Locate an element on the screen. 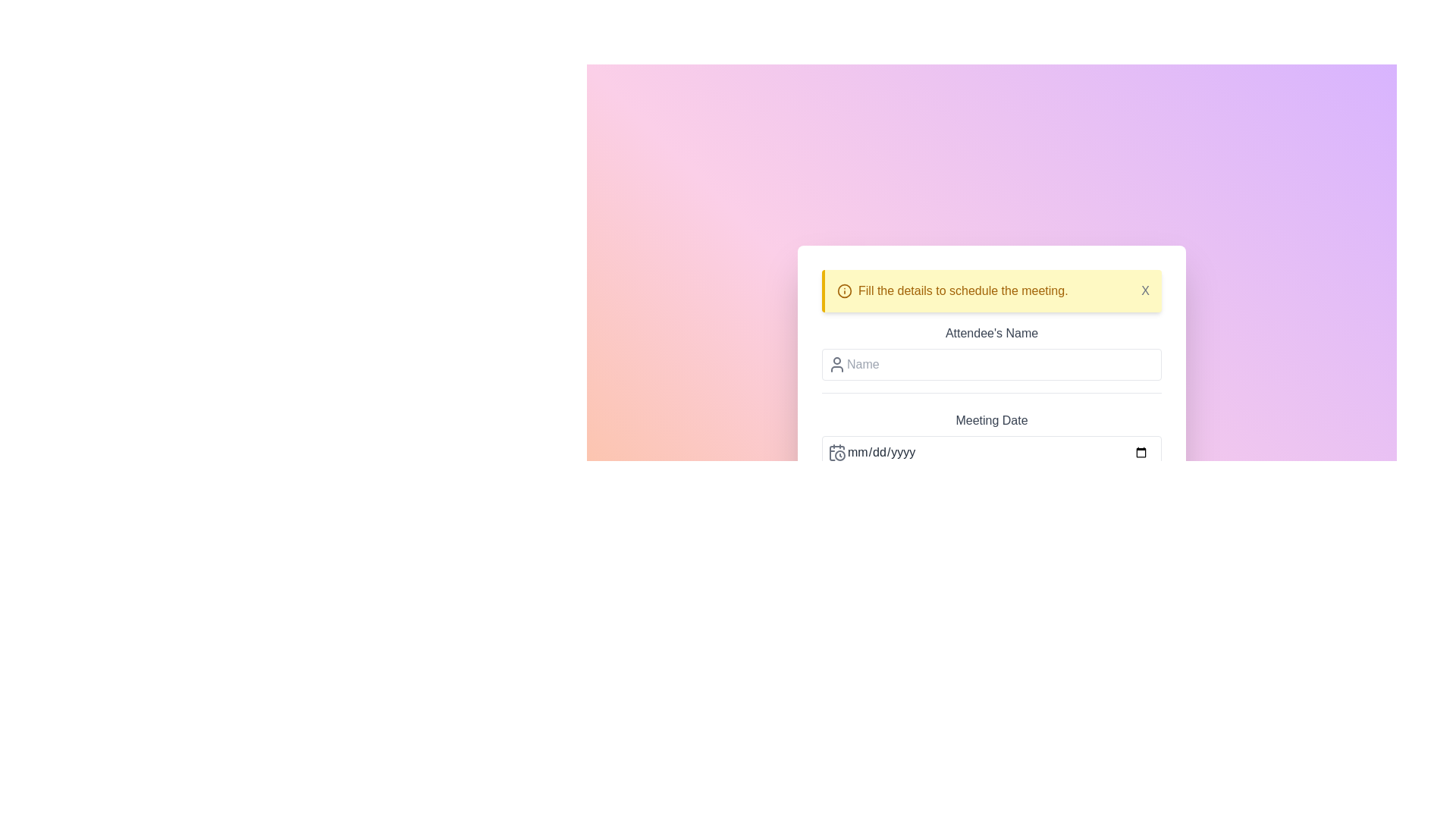  the Informational Icon, which is a circular icon with a border and a central symbol, located in the top-left corner of a notification box with a yellow background, positioned to the left of the text 'Fill the details to schedule the meeting.' is located at coordinates (843, 291).